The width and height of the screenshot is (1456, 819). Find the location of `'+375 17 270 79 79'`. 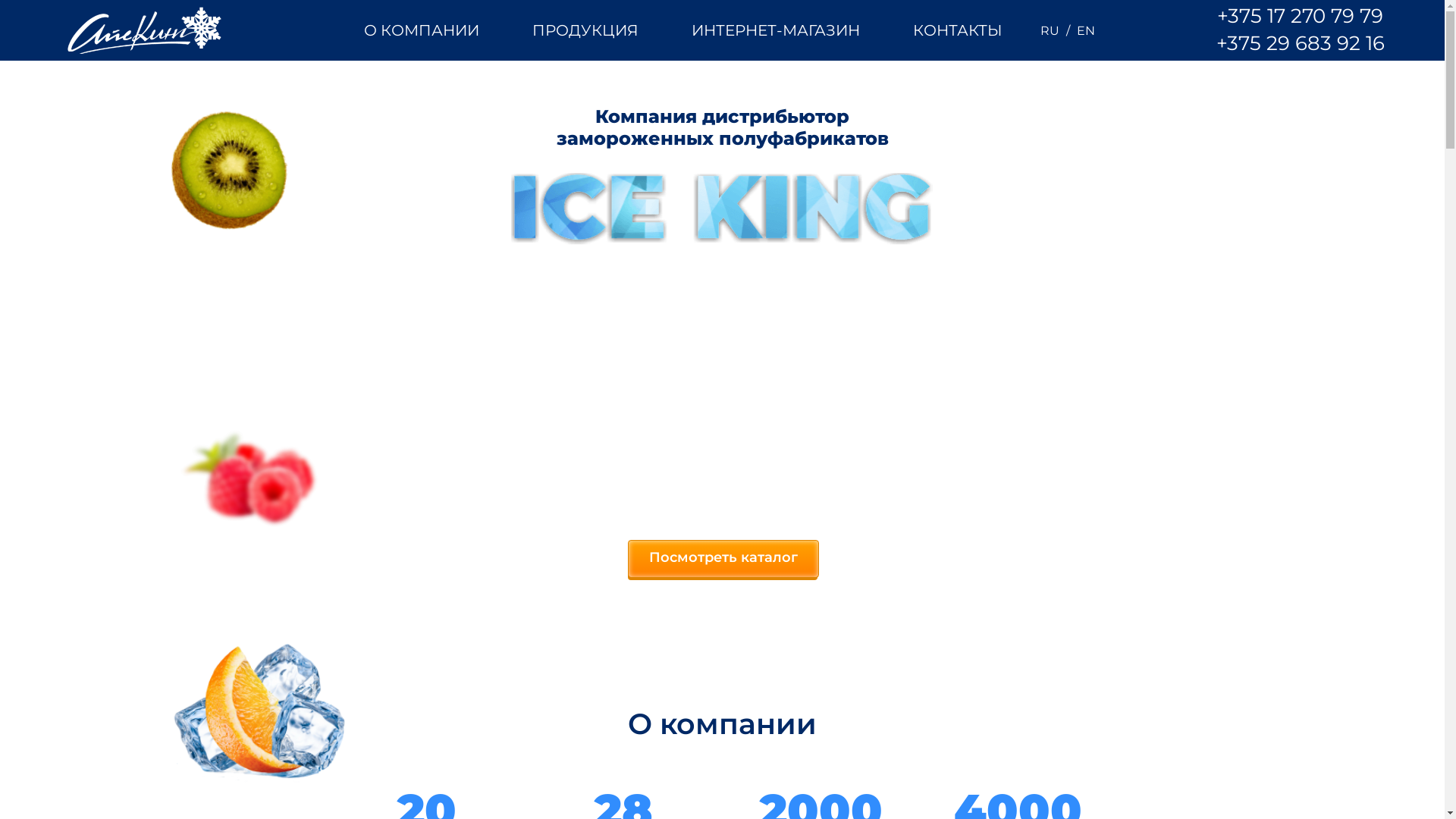

'+375 17 270 79 79' is located at coordinates (1299, 15).